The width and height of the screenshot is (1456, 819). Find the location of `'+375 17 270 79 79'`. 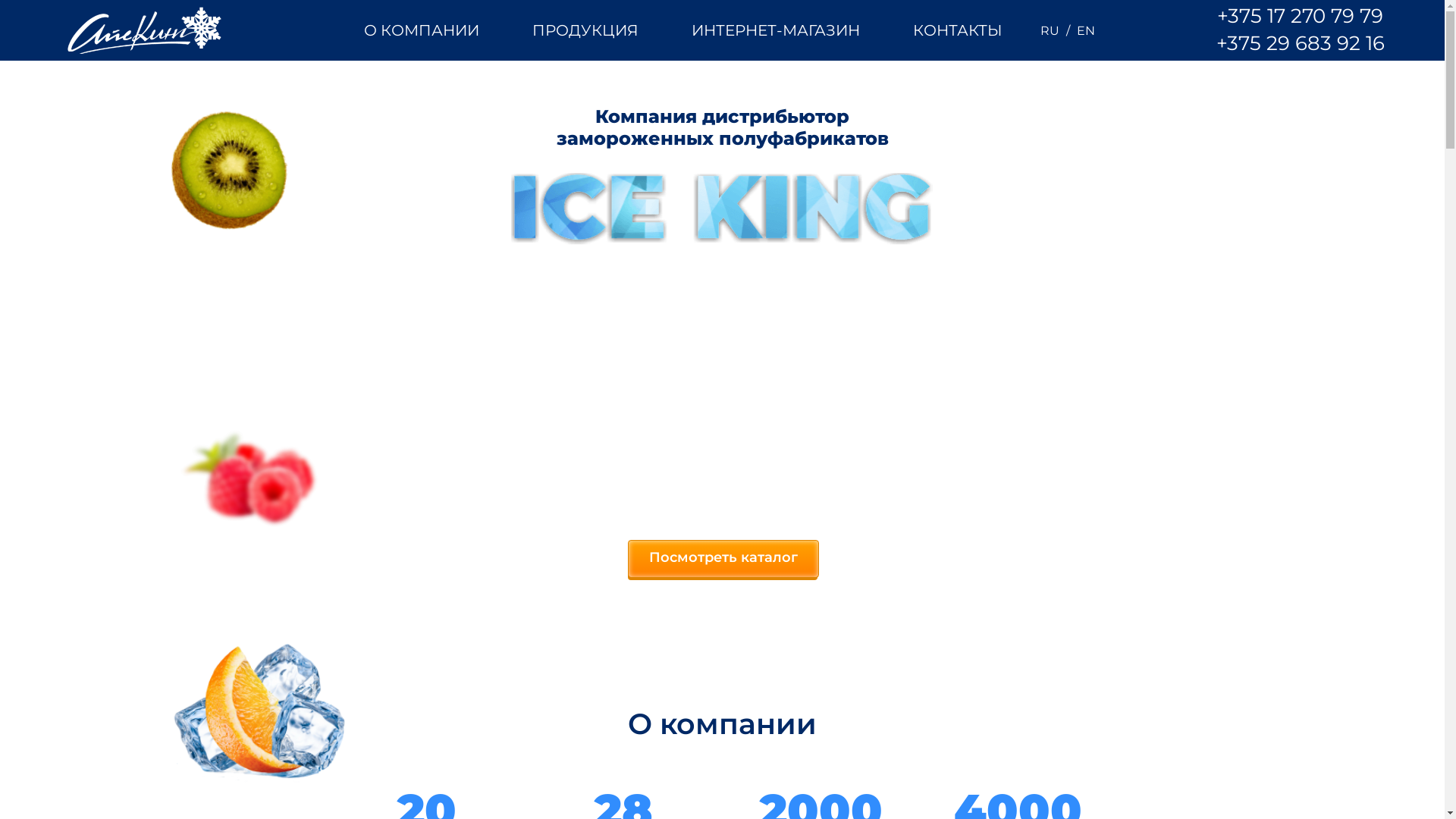

'+375 17 270 79 79' is located at coordinates (1299, 15).